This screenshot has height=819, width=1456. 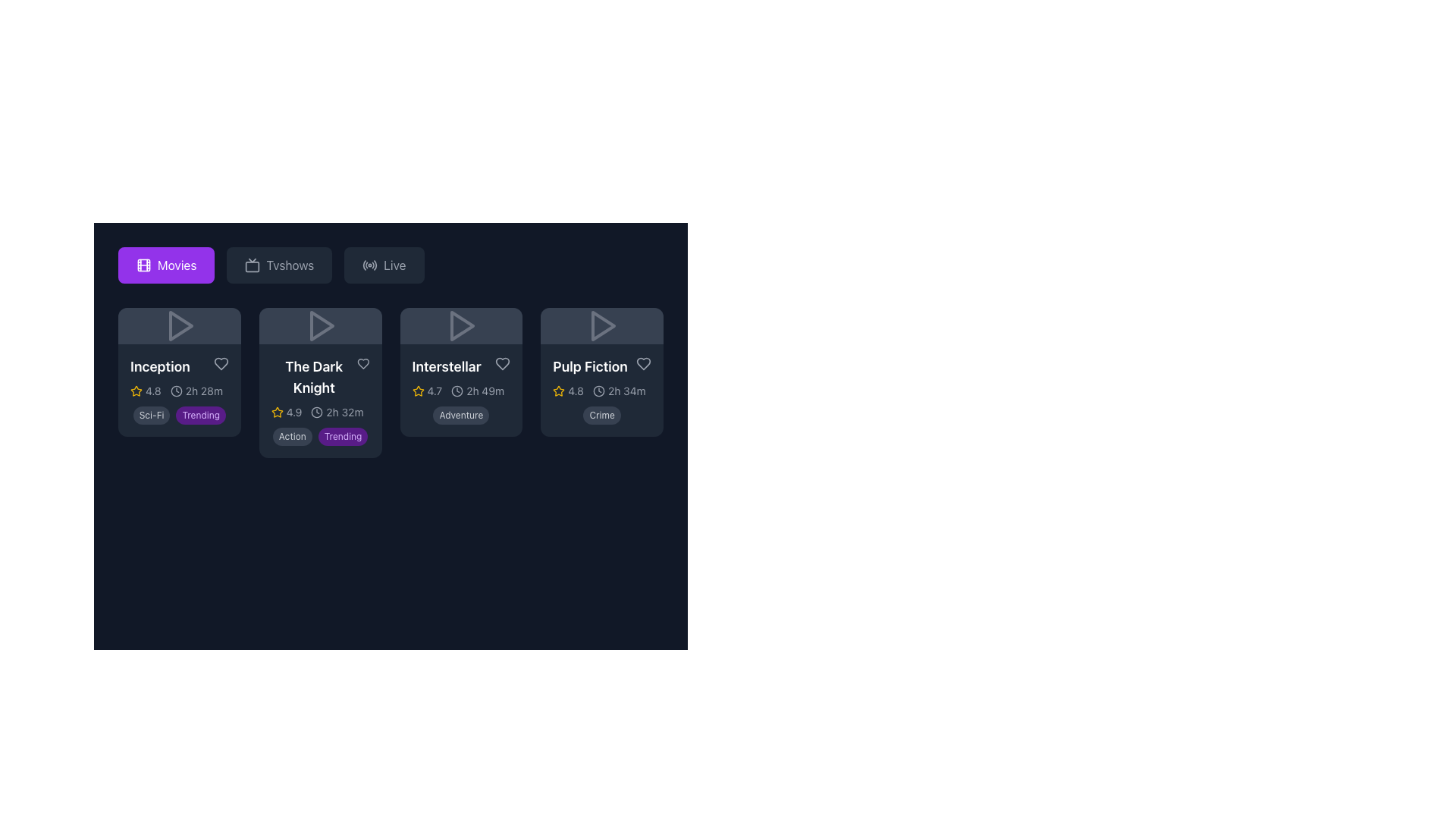 What do you see at coordinates (503, 363) in the screenshot?
I see `the inactive gray heart-shaped icon located at the top-right of the 'Interstellar' media card` at bounding box center [503, 363].